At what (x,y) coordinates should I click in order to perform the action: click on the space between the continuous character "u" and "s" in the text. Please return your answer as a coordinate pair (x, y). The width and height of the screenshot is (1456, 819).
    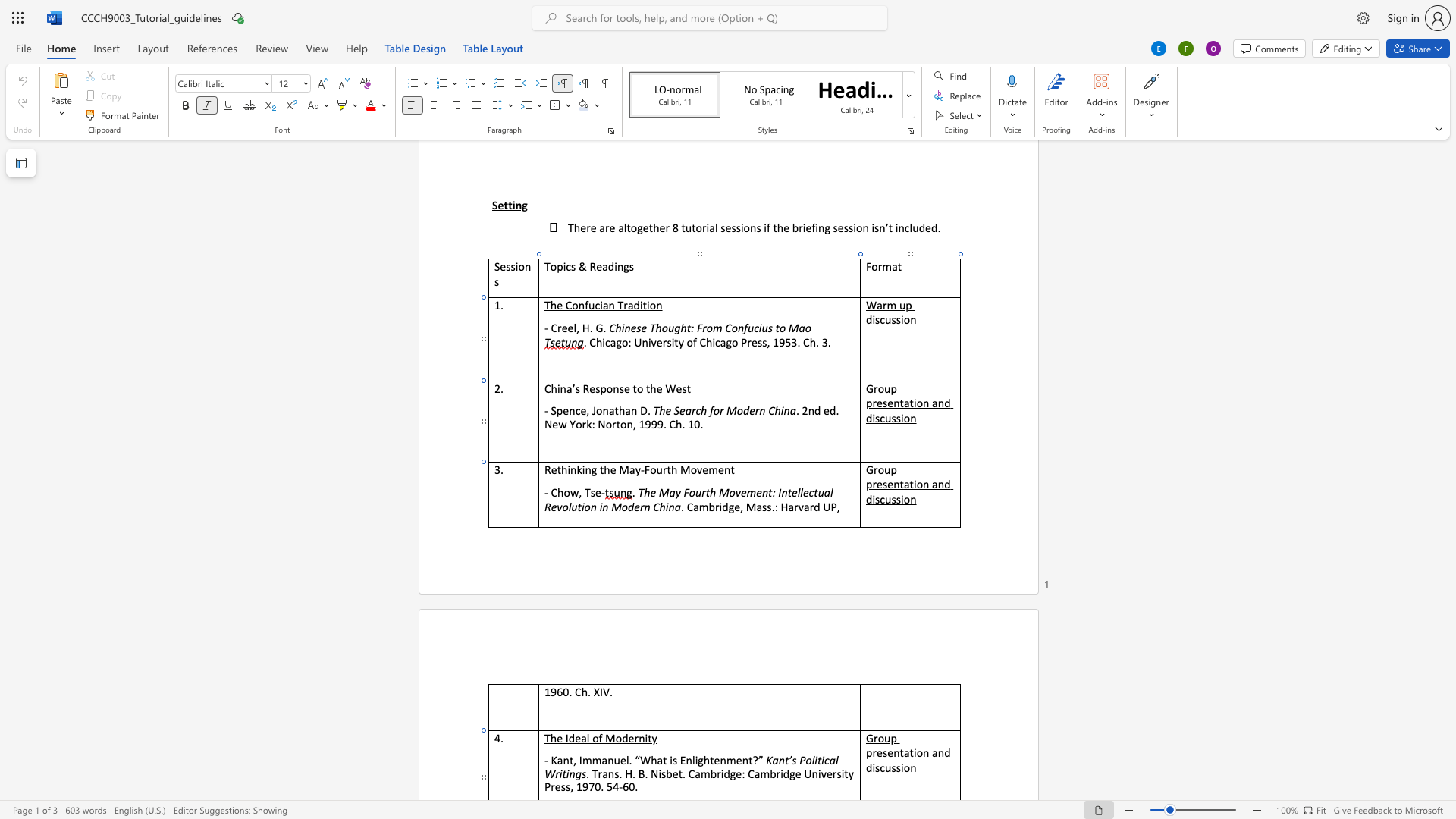
    Looking at the image, I should click on (891, 499).